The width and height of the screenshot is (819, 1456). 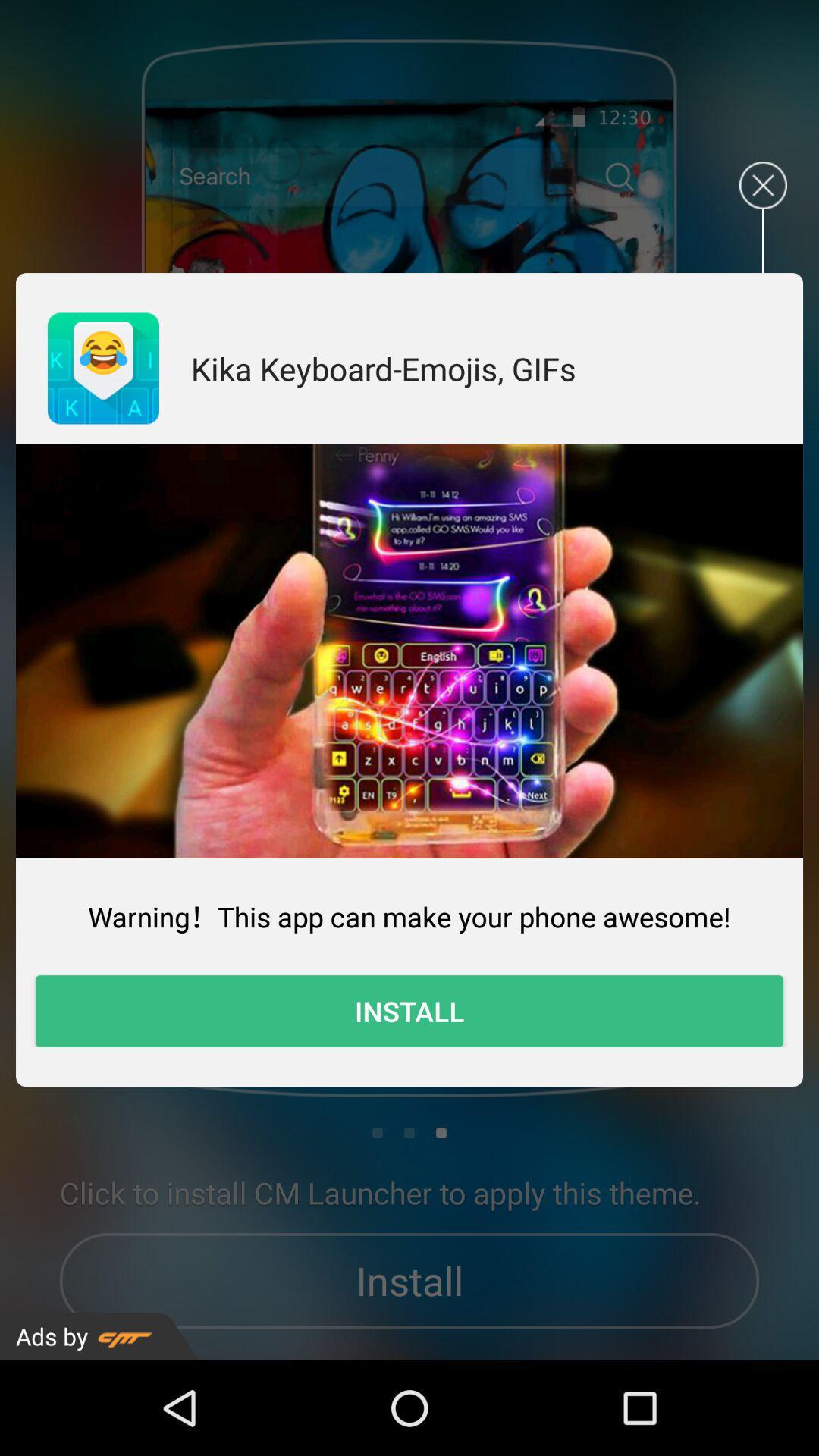 What do you see at coordinates (409, 916) in the screenshot?
I see `item above the install icon` at bounding box center [409, 916].